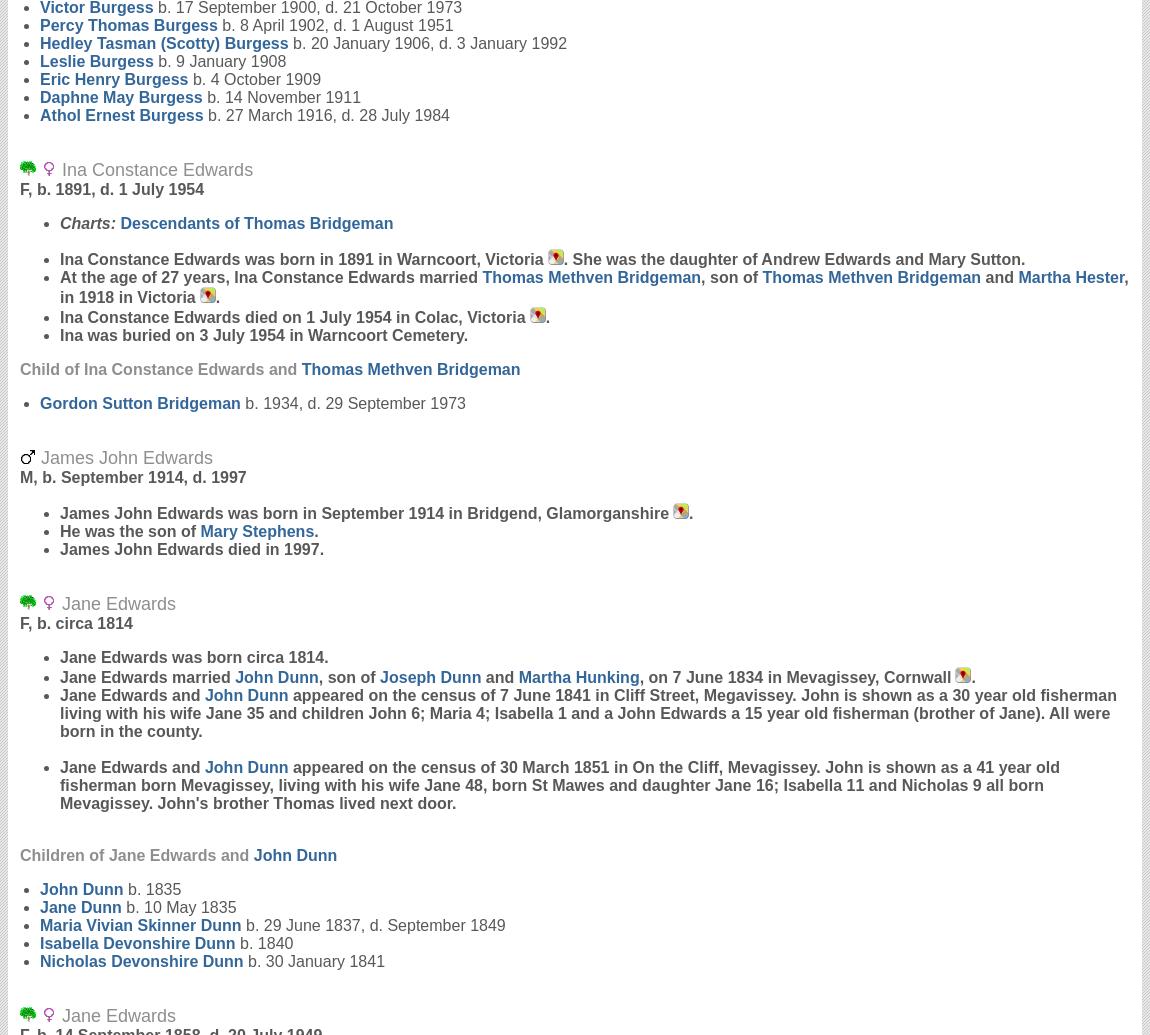  What do you see at coordinates (59, 548) in the screenshot?
I see `'James John Edwards died in 1997.'` at bounding box center [59, 548].